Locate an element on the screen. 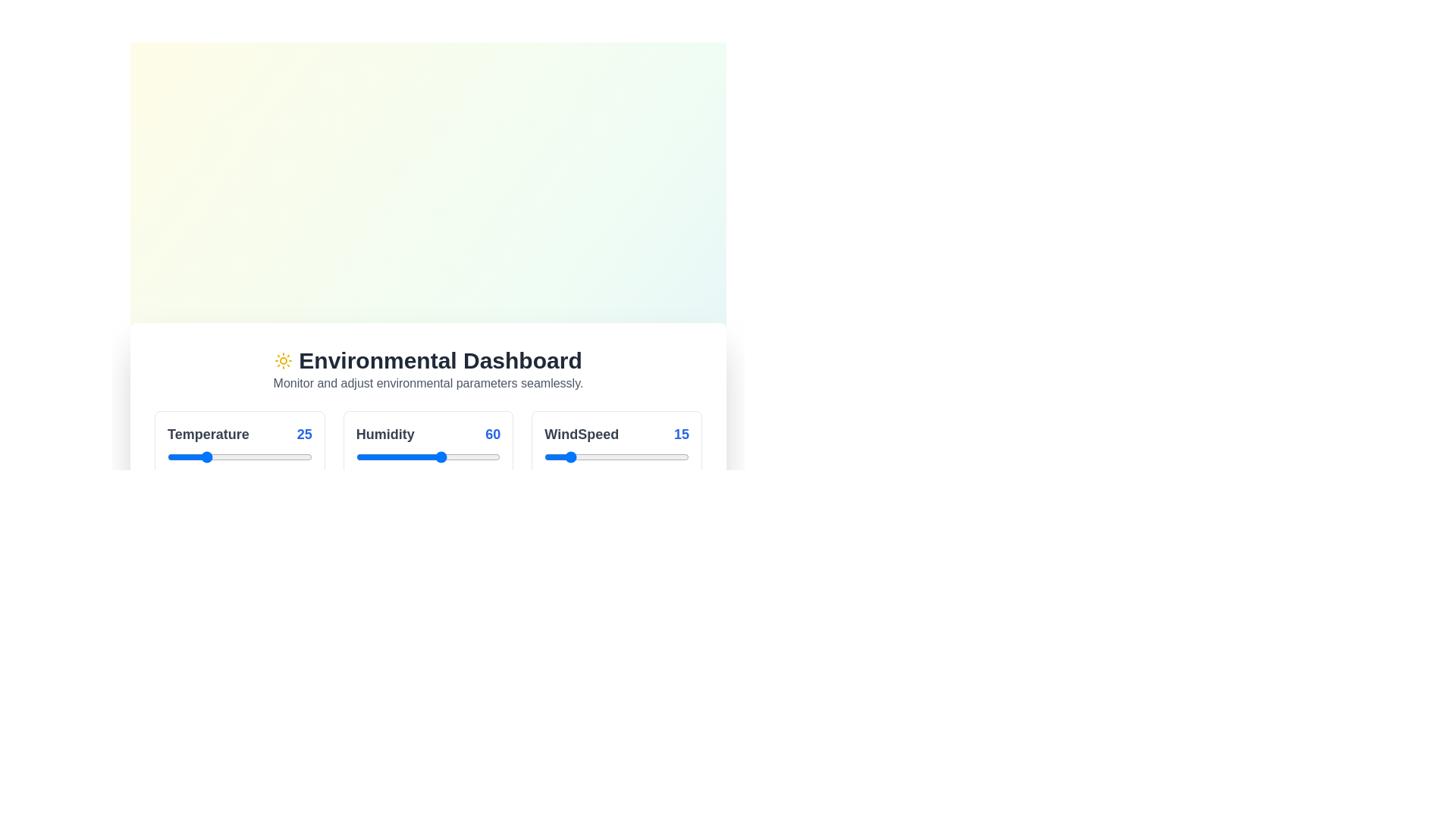 The height and width of the screenshot is (819, 1456). the Text label displaying the current wind speed value in the Environmental Dashboard section, which is aligned with temperature and humidity controls is located at coordinates (617, 434).